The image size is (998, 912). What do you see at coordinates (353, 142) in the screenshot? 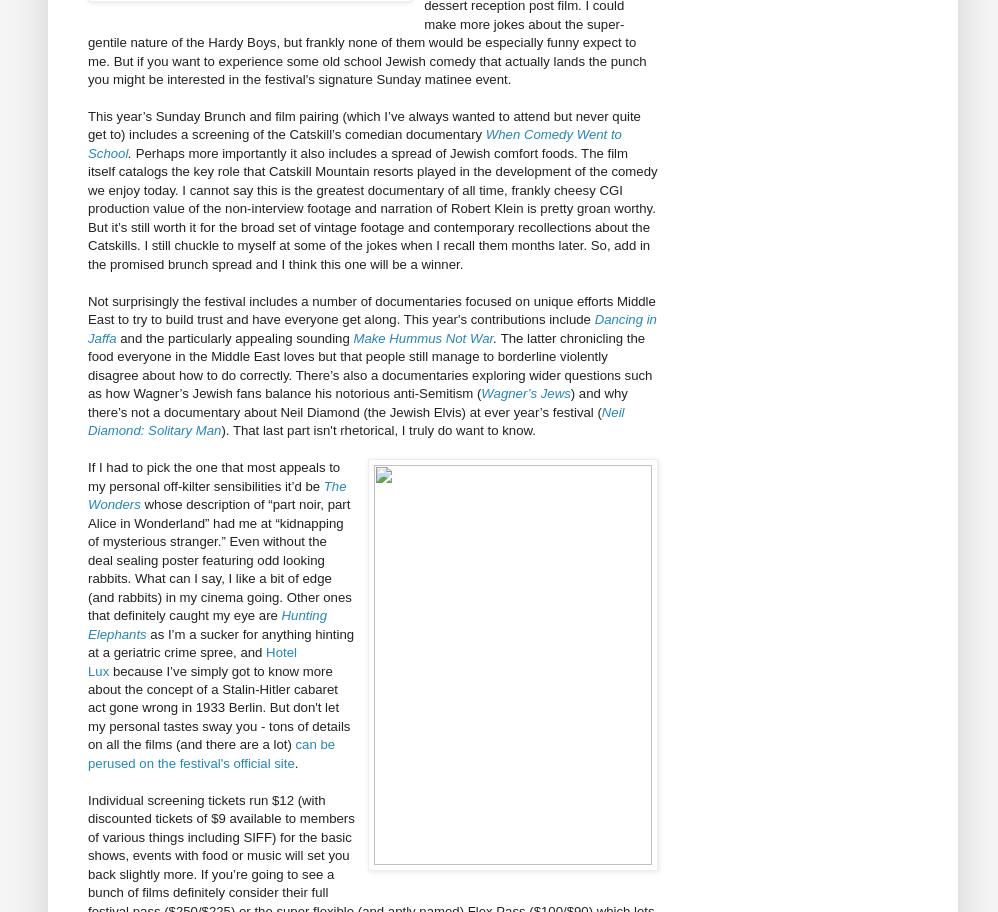
I see `'When Comedy Went to School'` at bounding box center [353, 142].